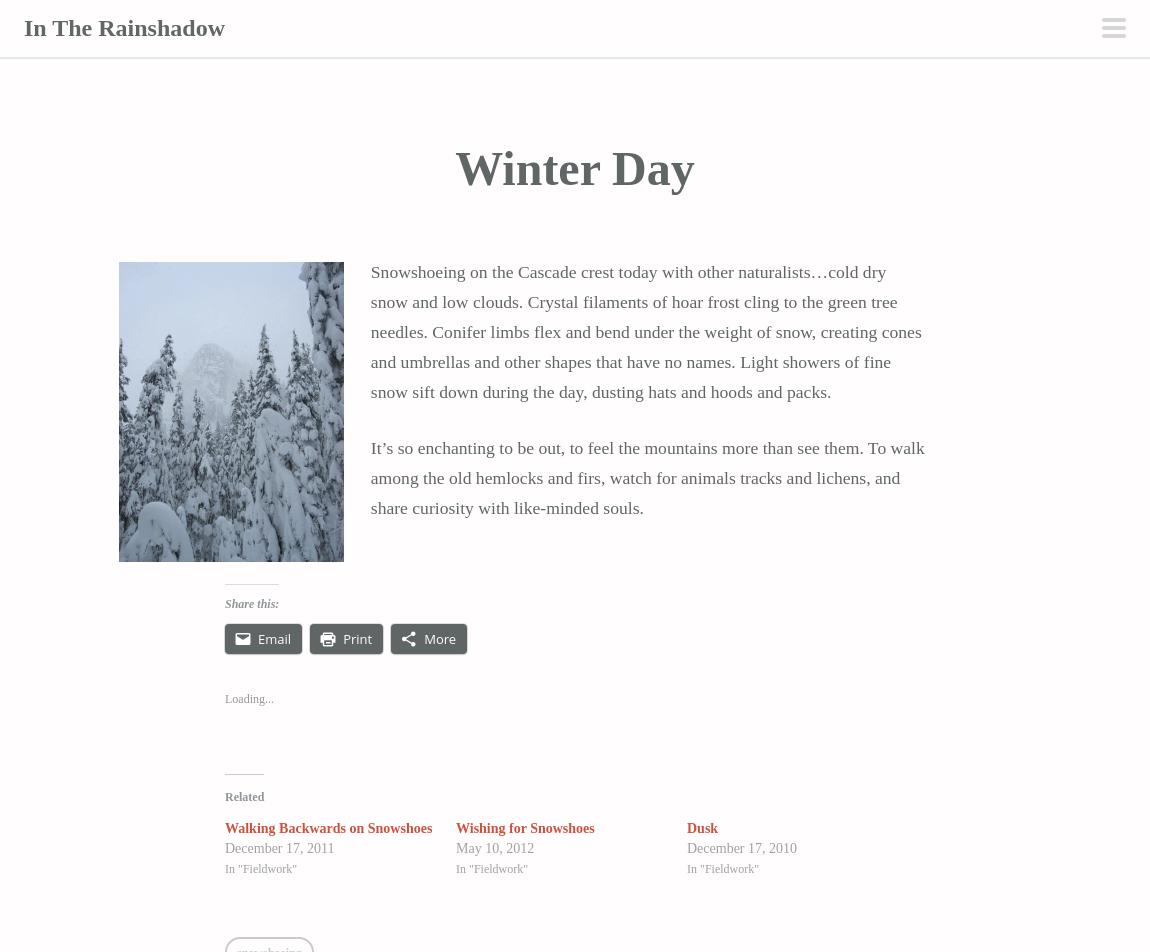 The image size is (1150, 952). Describe the element at coordinates (243, 795) in the screenshot. I see `'Related'` at that location.